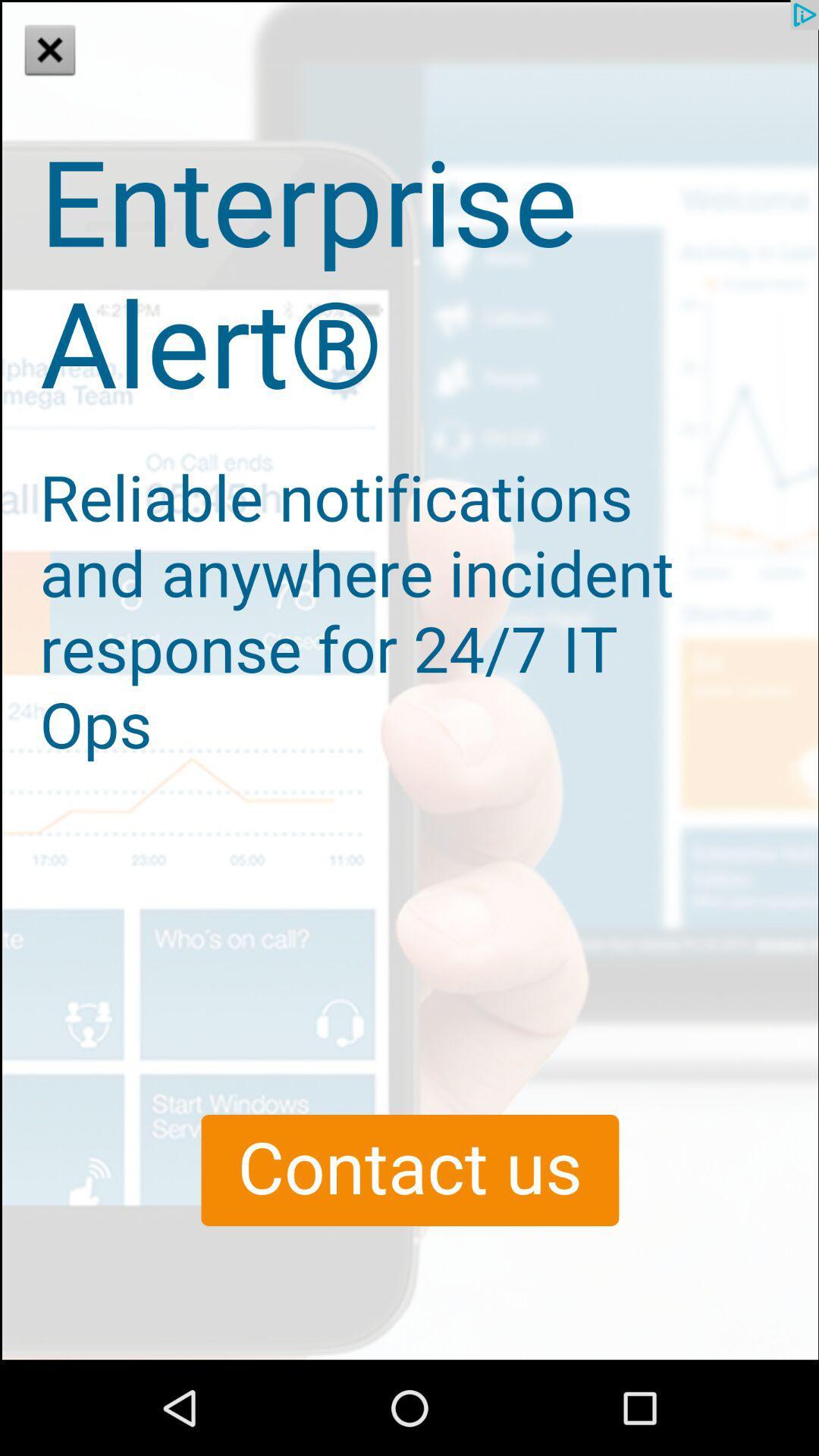 The height and width of the screenshot is (1456, 819). Describe the element at coordinates (49, 53) in the screenshot. I see `the close icon` at that location.